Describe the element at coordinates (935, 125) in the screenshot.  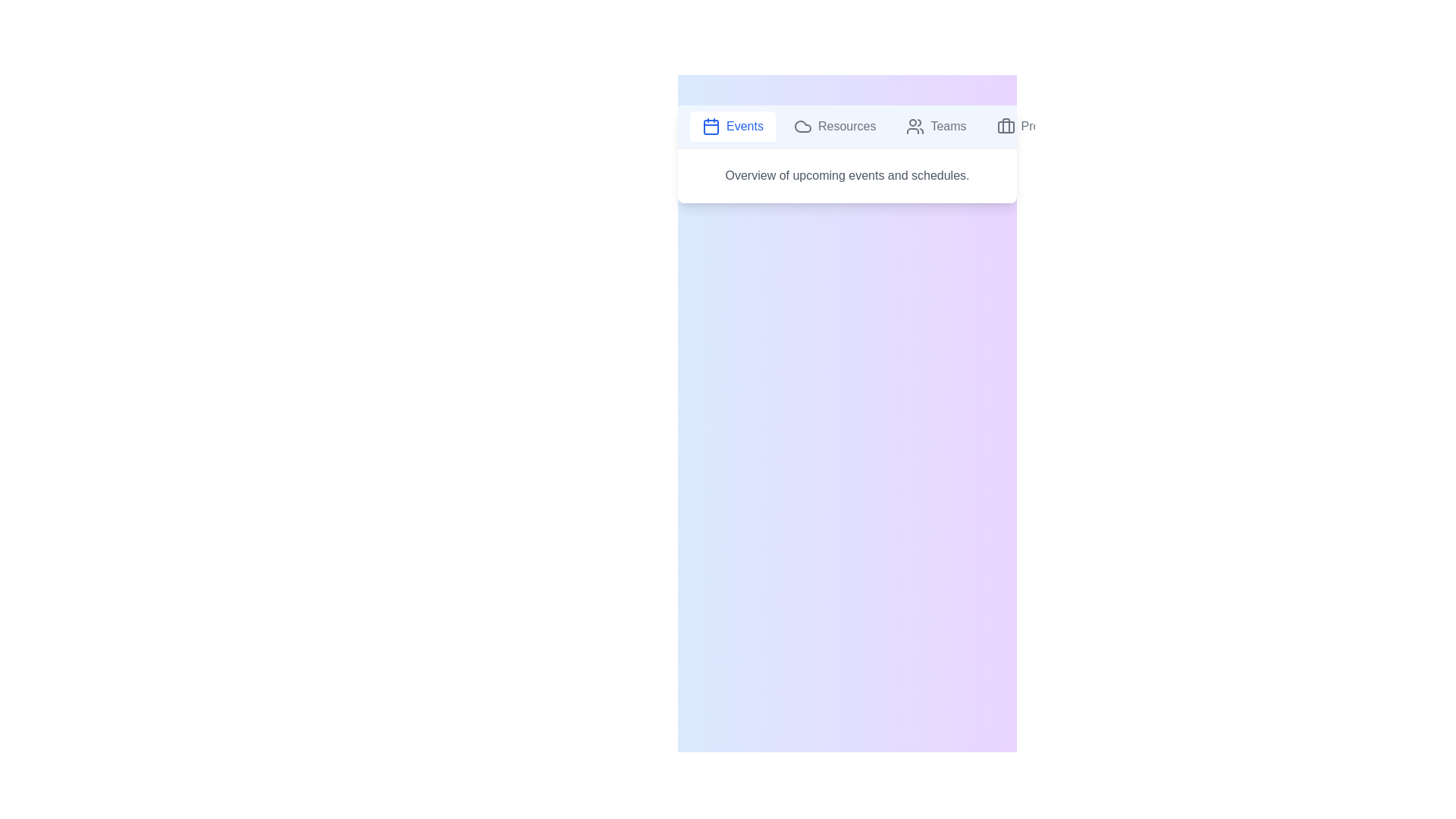
I see `the tab labeled Teams to display its content` at that location.